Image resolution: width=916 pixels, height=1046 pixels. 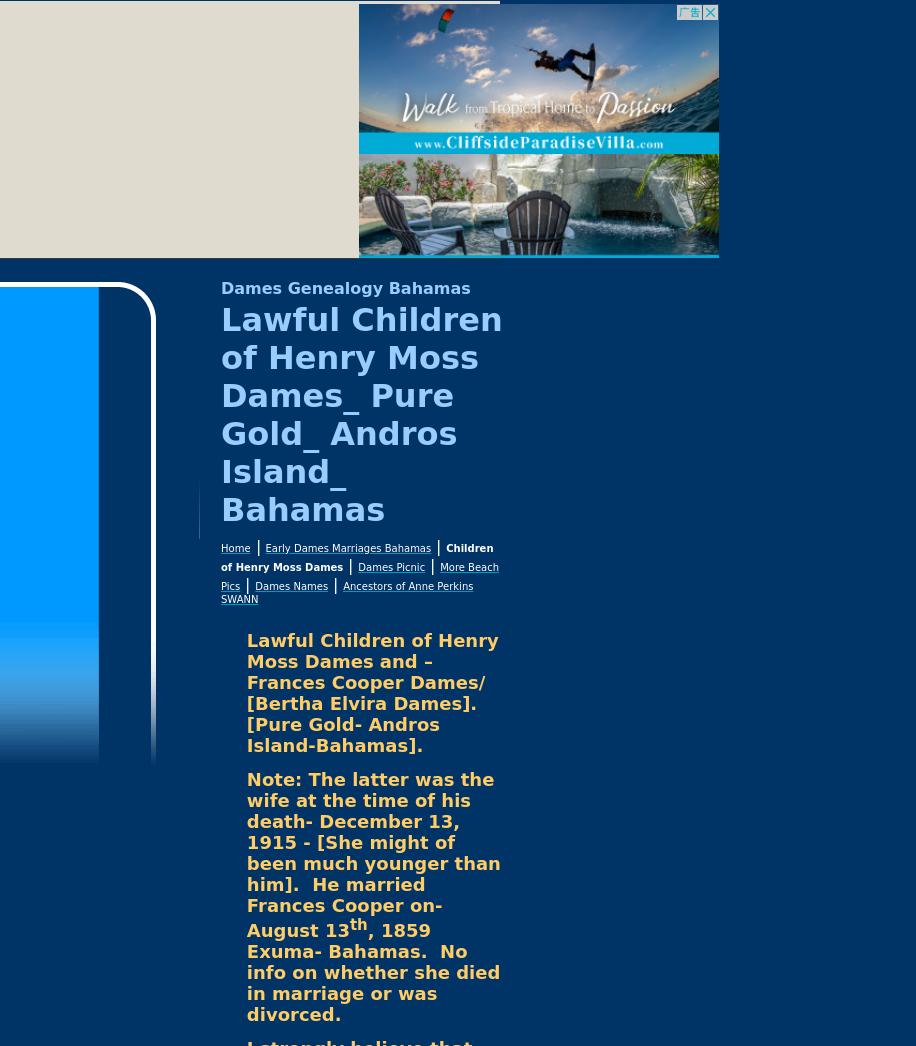 What do you see at coordinates (341, 734) in the screenshot?
I see `'[Pure Gold- Andros Island-Bahamas].'` at bounding box center [341, 734].